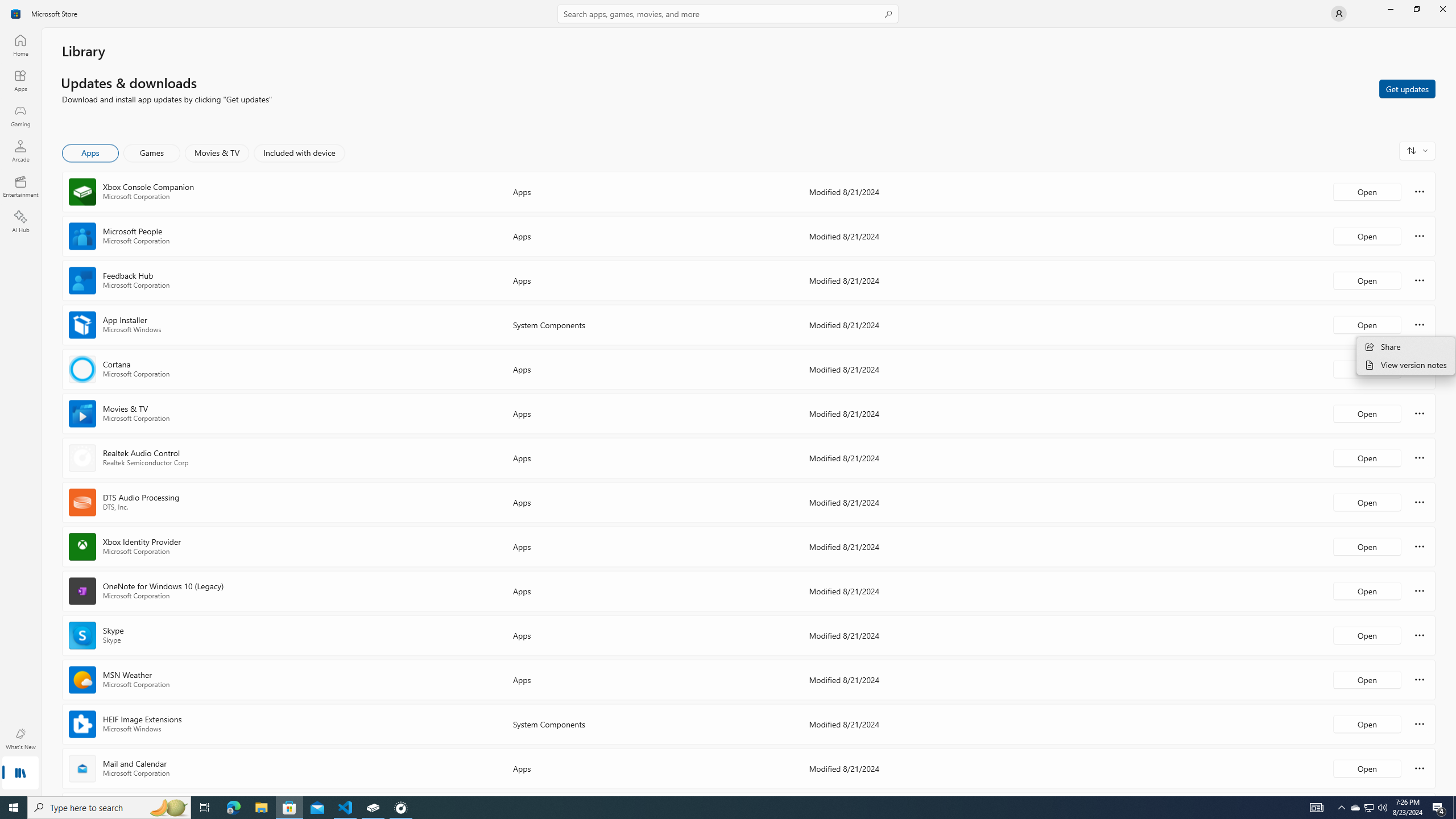 This screenshot has width=1456, height=819. What do you see at coordinates (1419, 767) in the screenshot?
I see `'More options'` at bounding box center [1419, 767].